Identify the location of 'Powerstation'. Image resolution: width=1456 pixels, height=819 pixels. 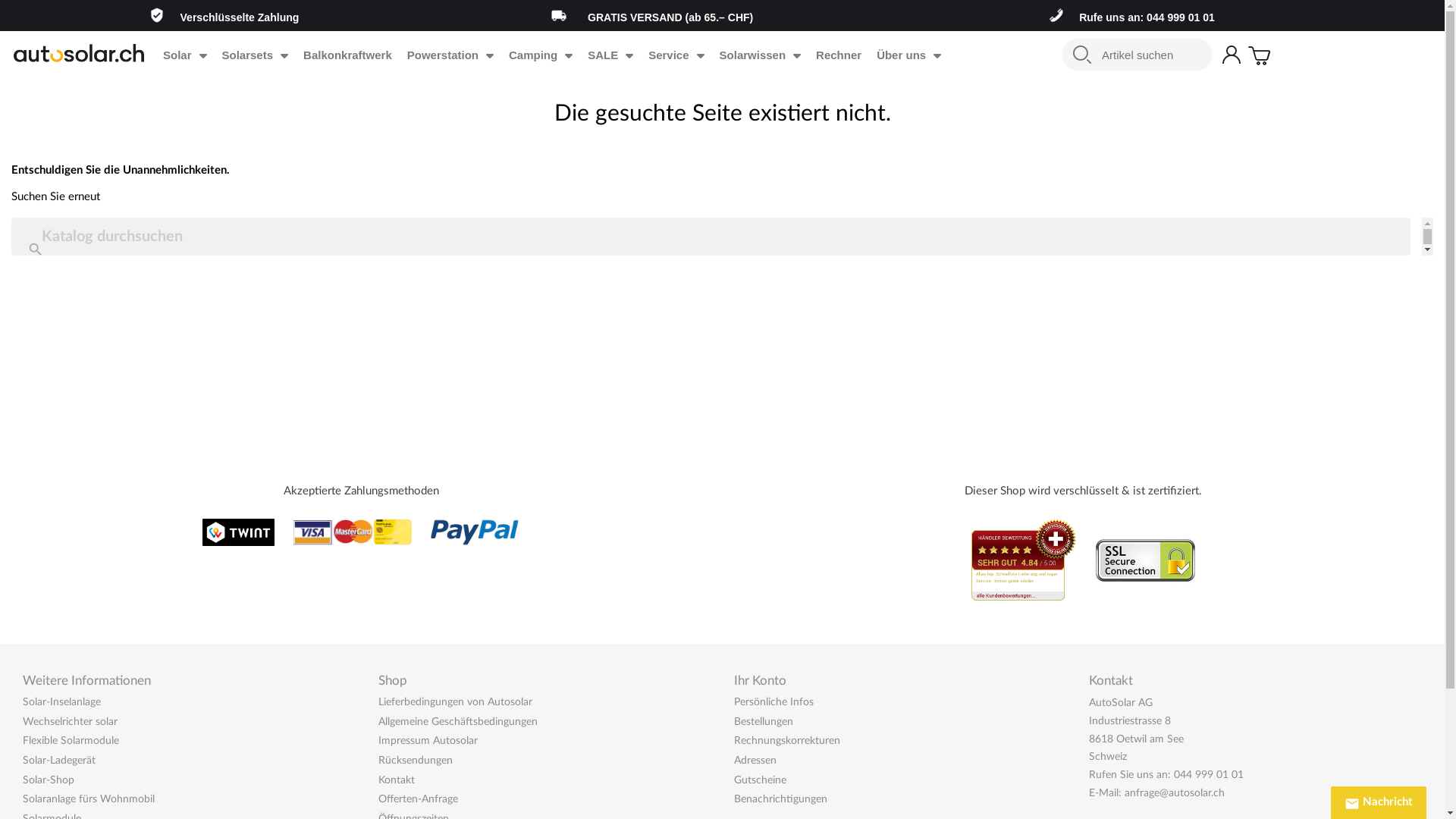
(450, 55).